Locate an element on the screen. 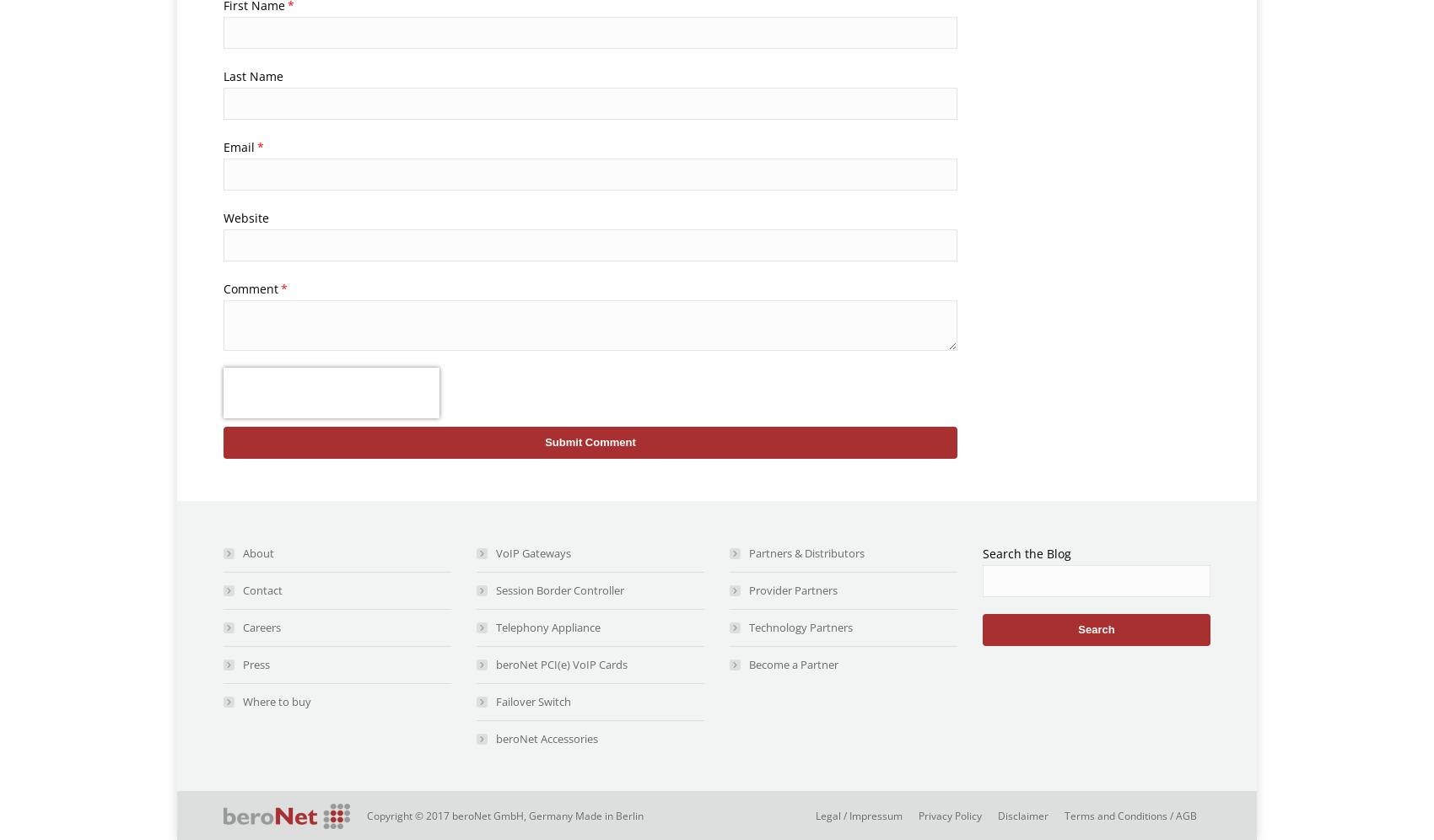 The height and width of the screenshot is (840, 1434). 'beroNet Accessories' is located at coordinates (547, 737).